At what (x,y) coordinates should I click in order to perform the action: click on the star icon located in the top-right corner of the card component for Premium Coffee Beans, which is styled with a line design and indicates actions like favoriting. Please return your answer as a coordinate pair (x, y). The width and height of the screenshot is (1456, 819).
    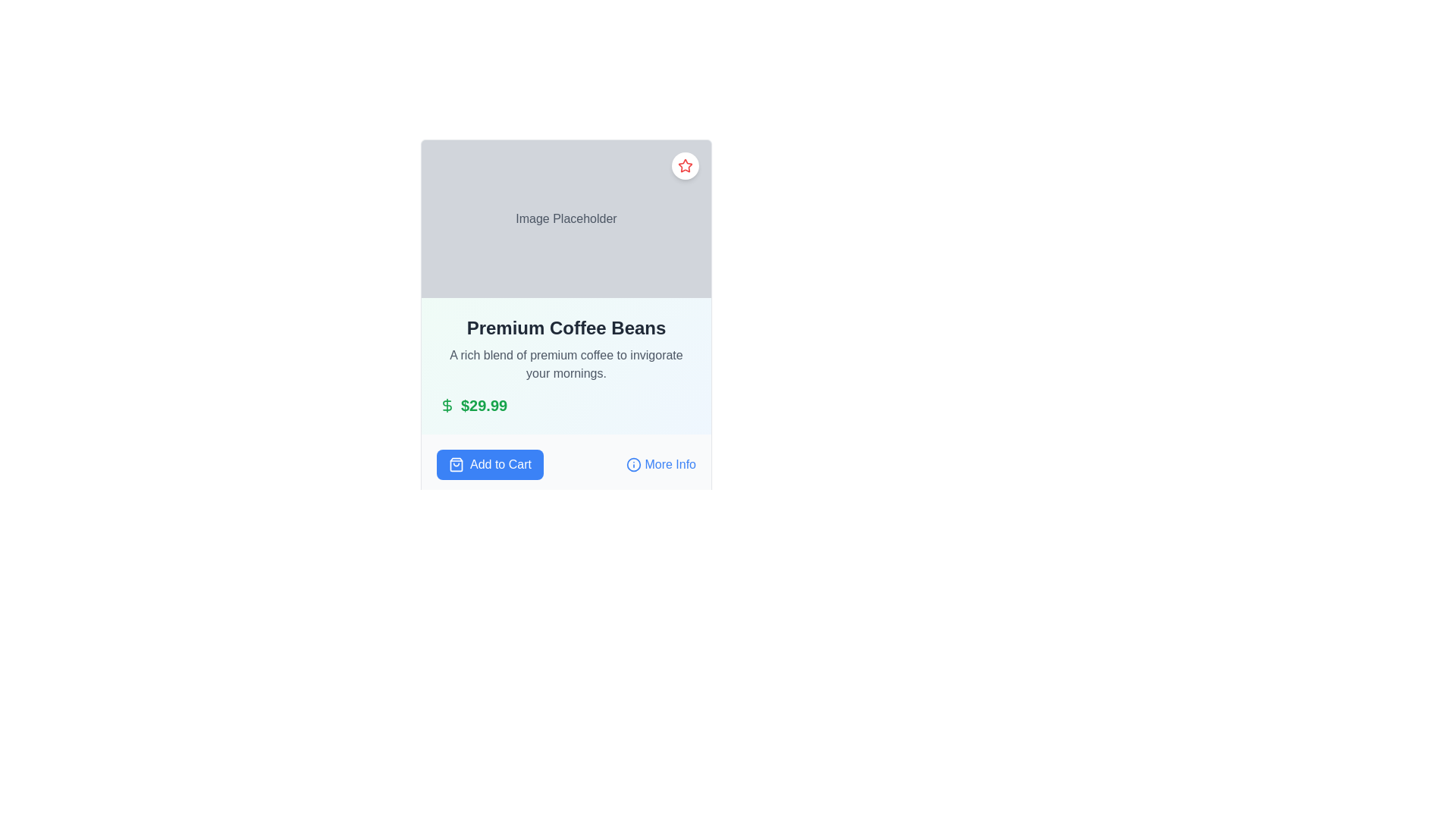
    Looking at the image, I should click on (684, 166).